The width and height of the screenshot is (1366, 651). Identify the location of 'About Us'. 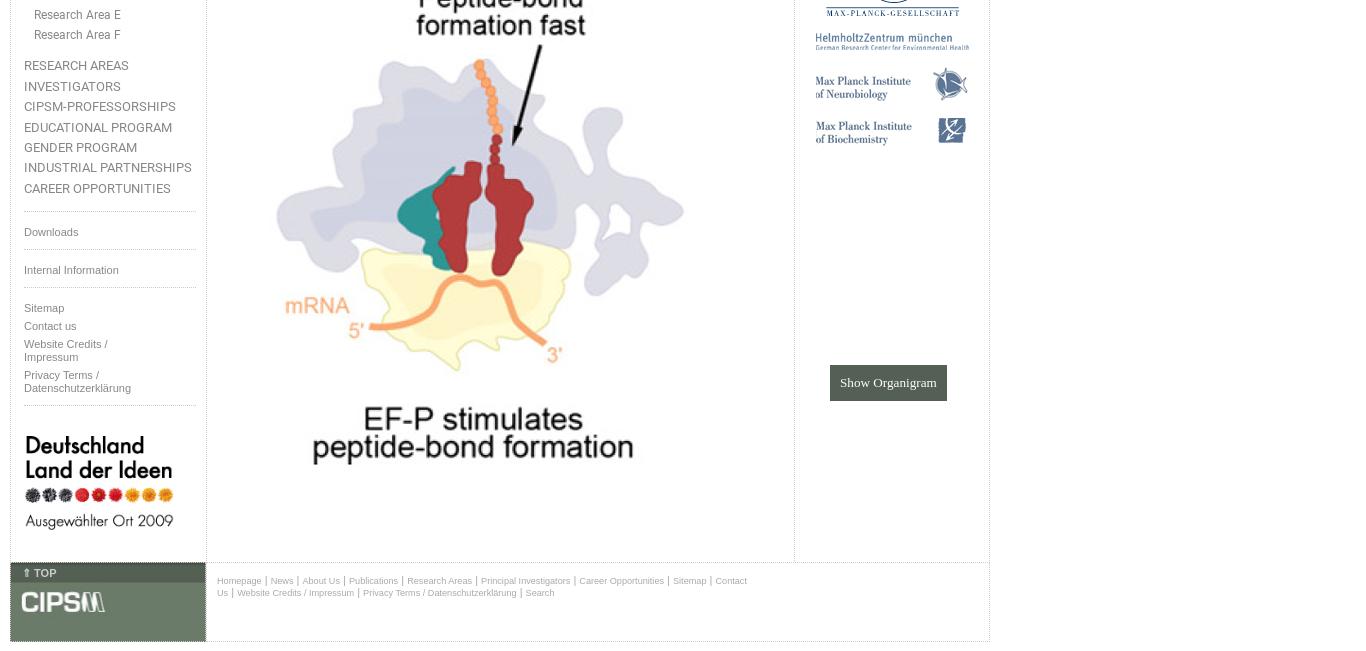
(302, 580).